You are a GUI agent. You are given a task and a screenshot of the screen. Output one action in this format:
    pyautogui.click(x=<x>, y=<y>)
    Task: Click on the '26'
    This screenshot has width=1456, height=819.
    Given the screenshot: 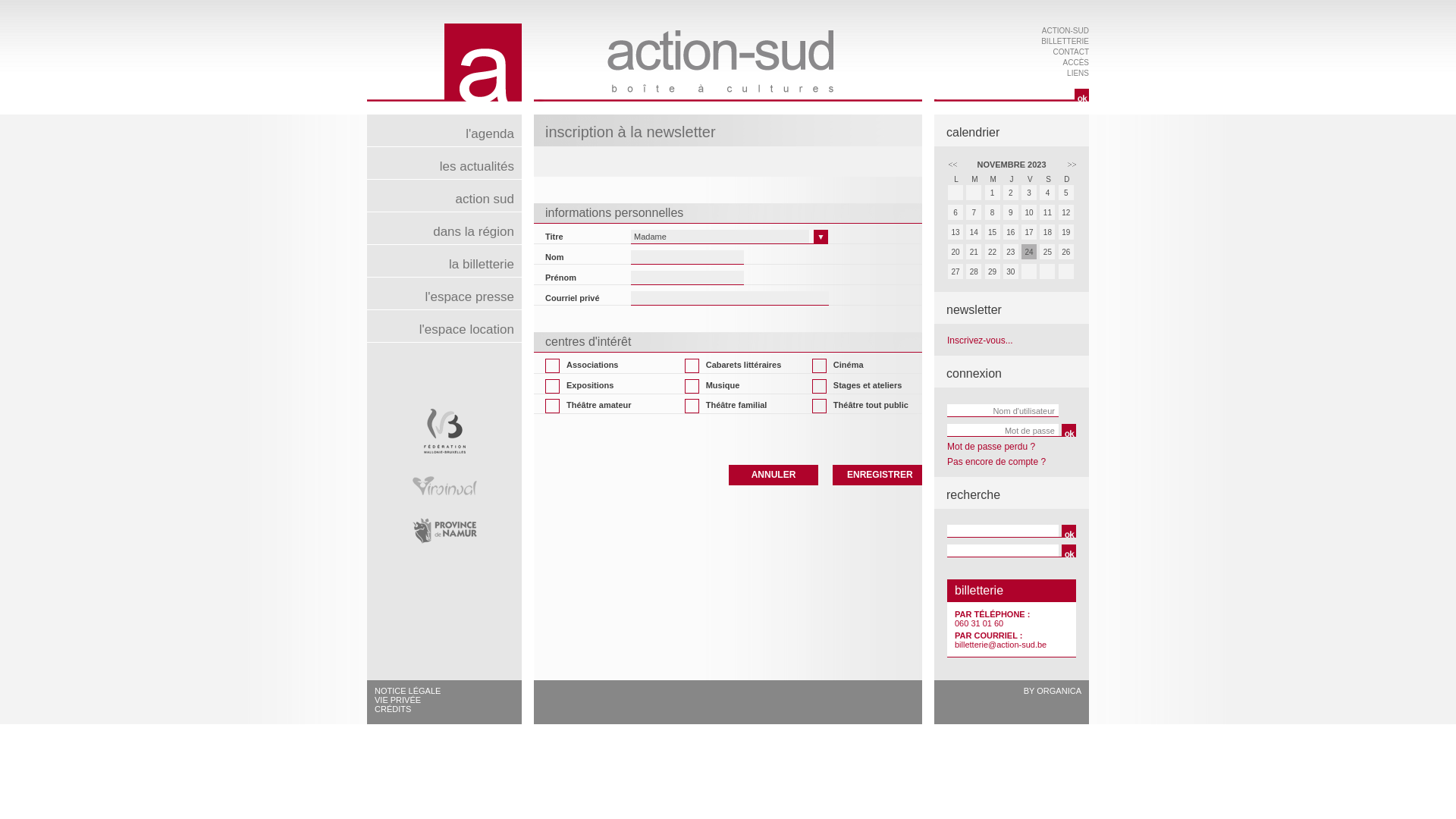 What is the action you would take?
    pyautogui.click(x=1058, y=250)
    